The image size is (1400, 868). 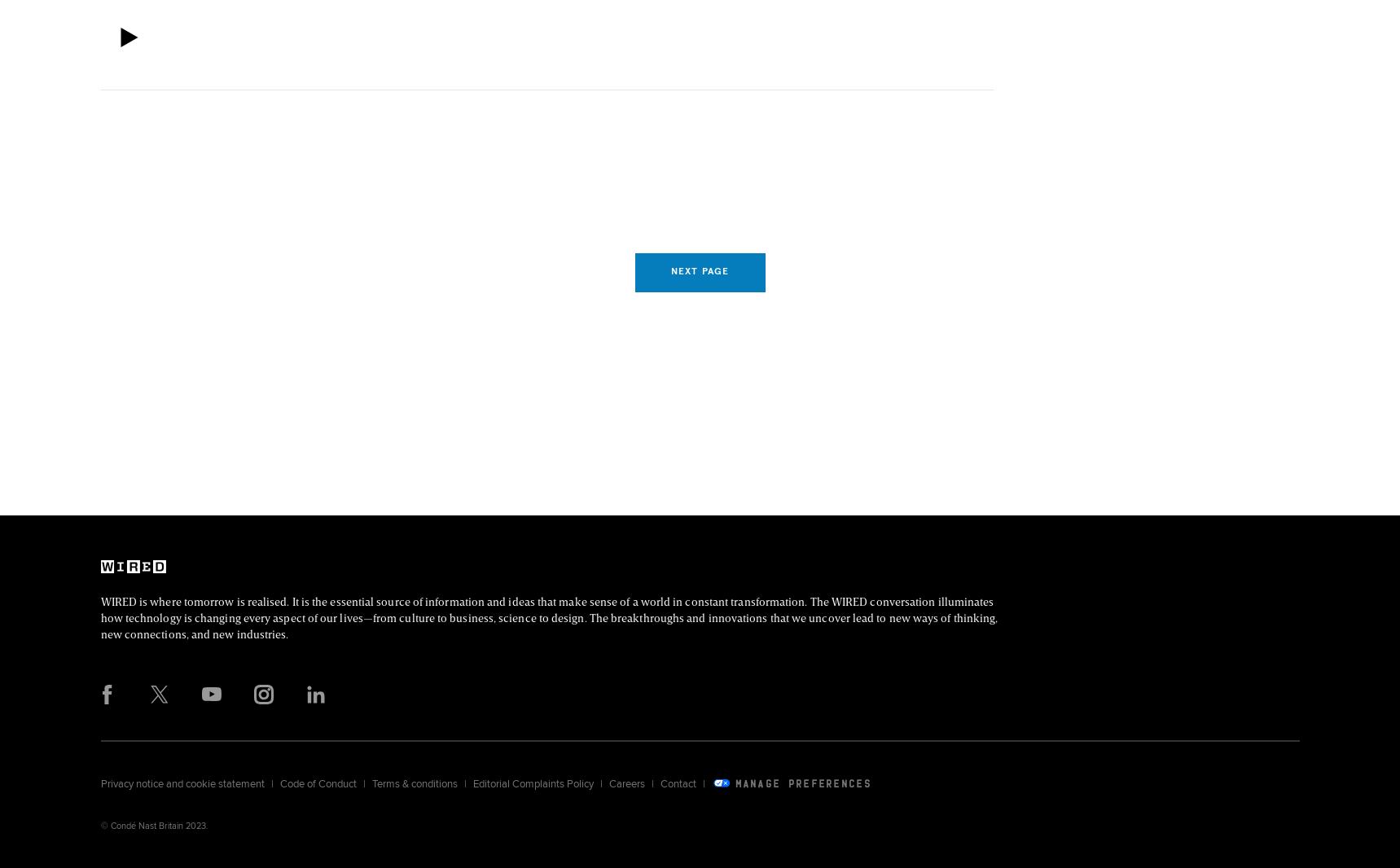 I want to click on 'Code of Conduct', so click(x=317, y=782).